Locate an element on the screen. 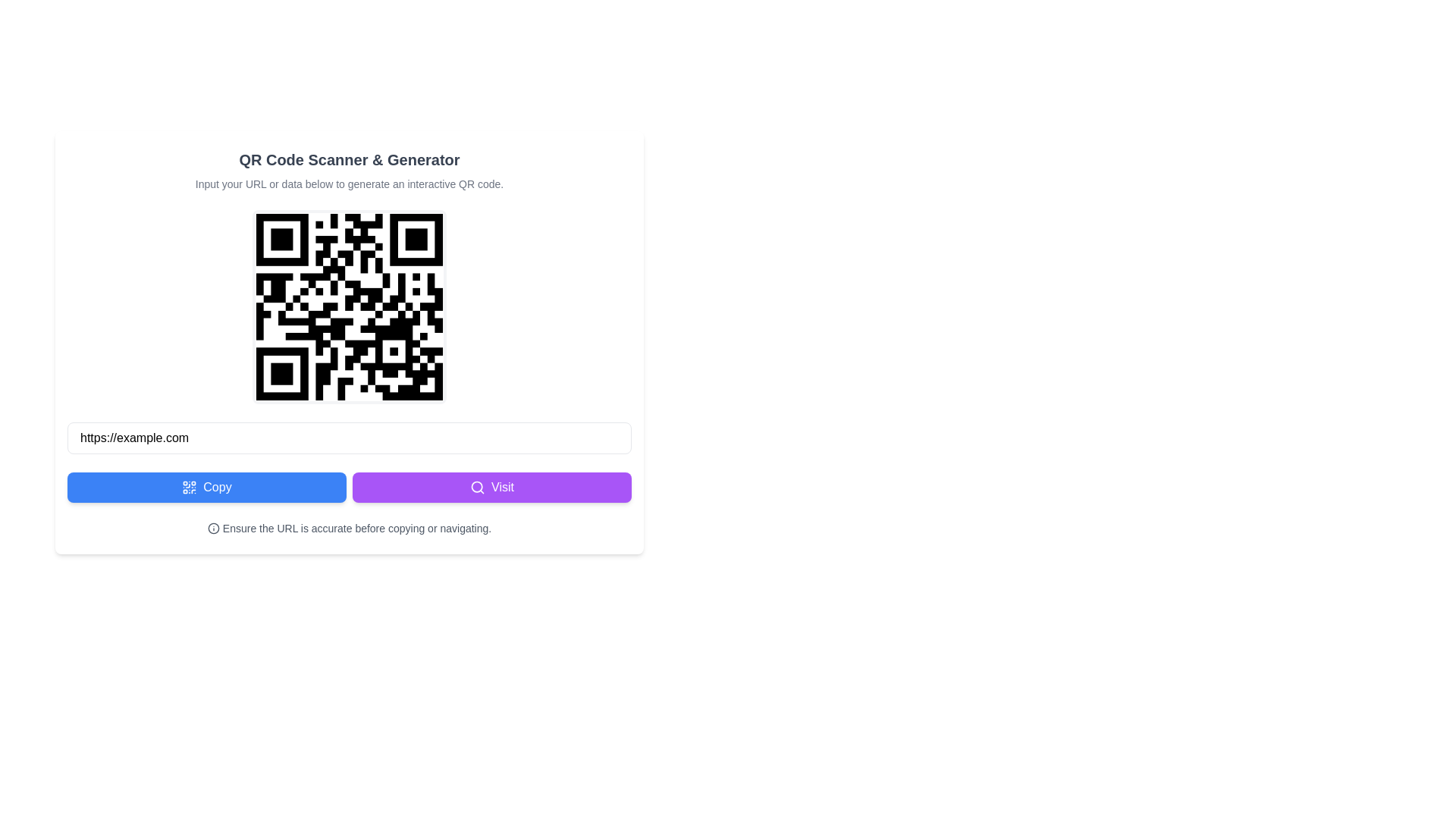  the magnifying glass icon on the left side of the 'Visit' button is located at coordinates (476, 488).